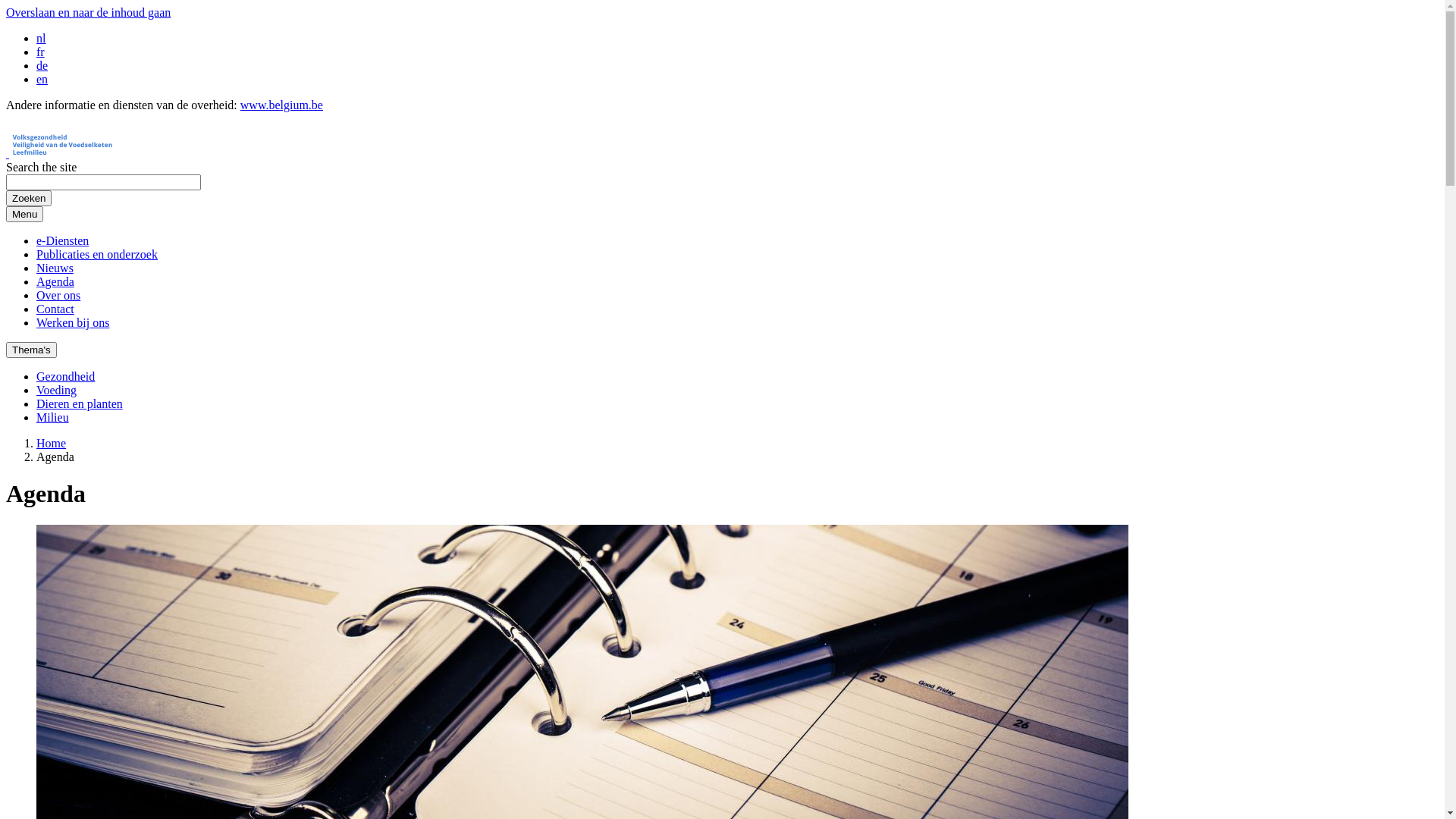  Describe the element at coordinates (87, 12) in the screenshot. I see `'Overslaan en naar de inhoud gaan'` at that location.